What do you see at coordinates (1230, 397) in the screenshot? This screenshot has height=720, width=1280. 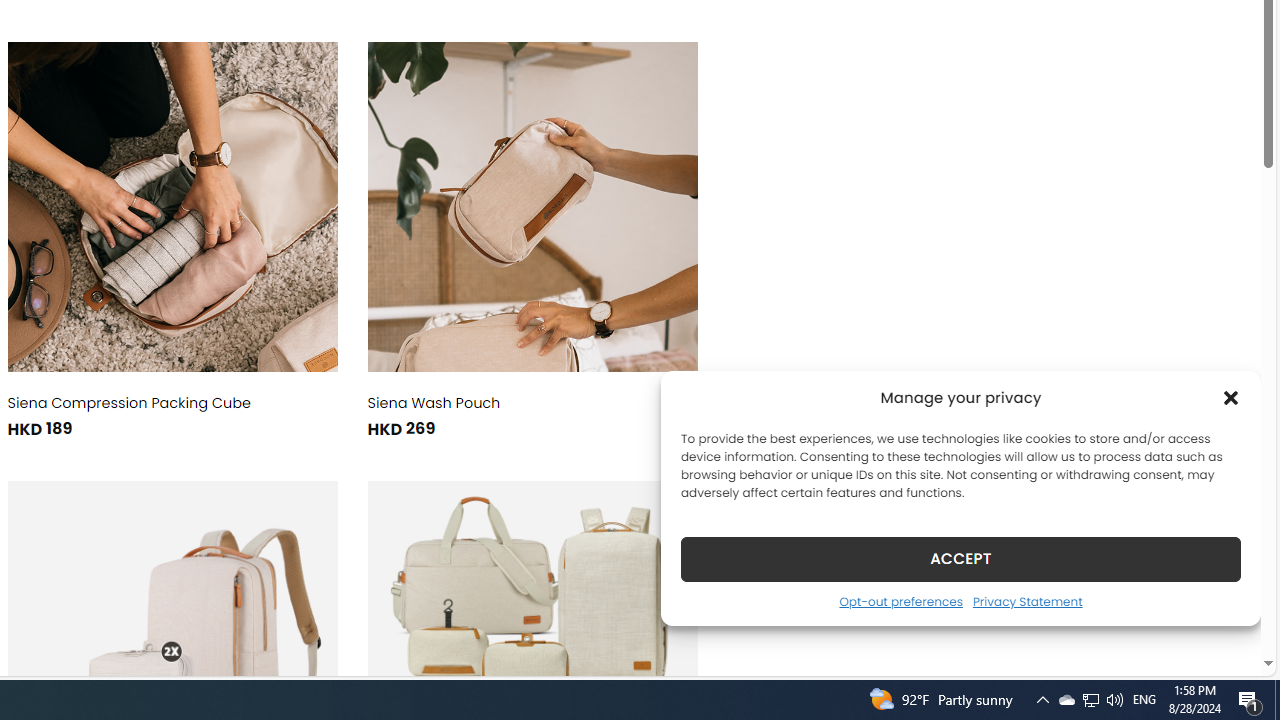 I see `'Class: cmplz-close'` at bounding box center [1230, 397].